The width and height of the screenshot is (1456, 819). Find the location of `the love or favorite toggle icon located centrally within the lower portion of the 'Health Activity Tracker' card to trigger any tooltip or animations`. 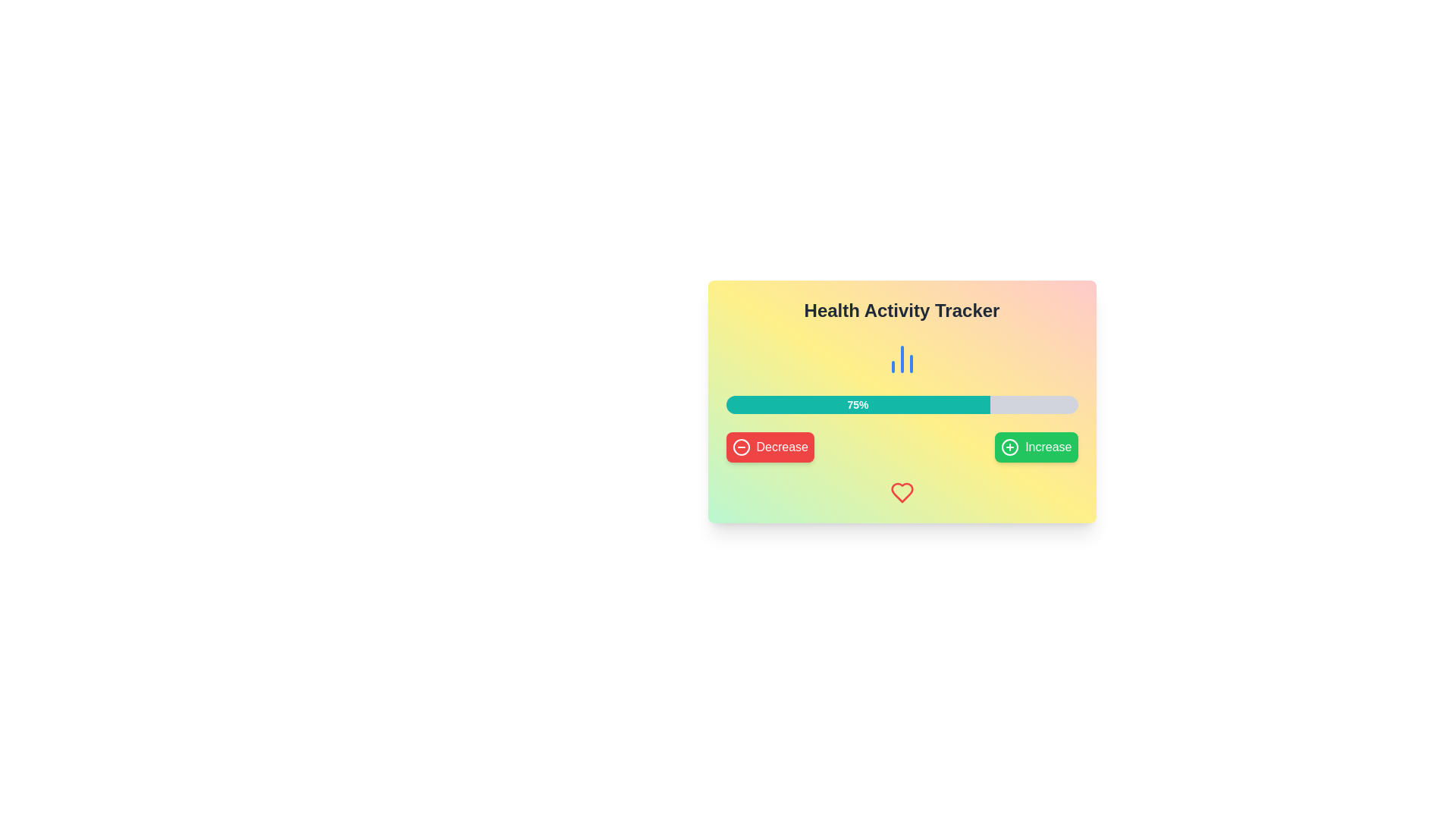

the love or favorite toggle icon located centrally within the lower portion of the 'Health Activity Tracker' card to trigger any tooltip or animations is located at coordinates (902, 493).